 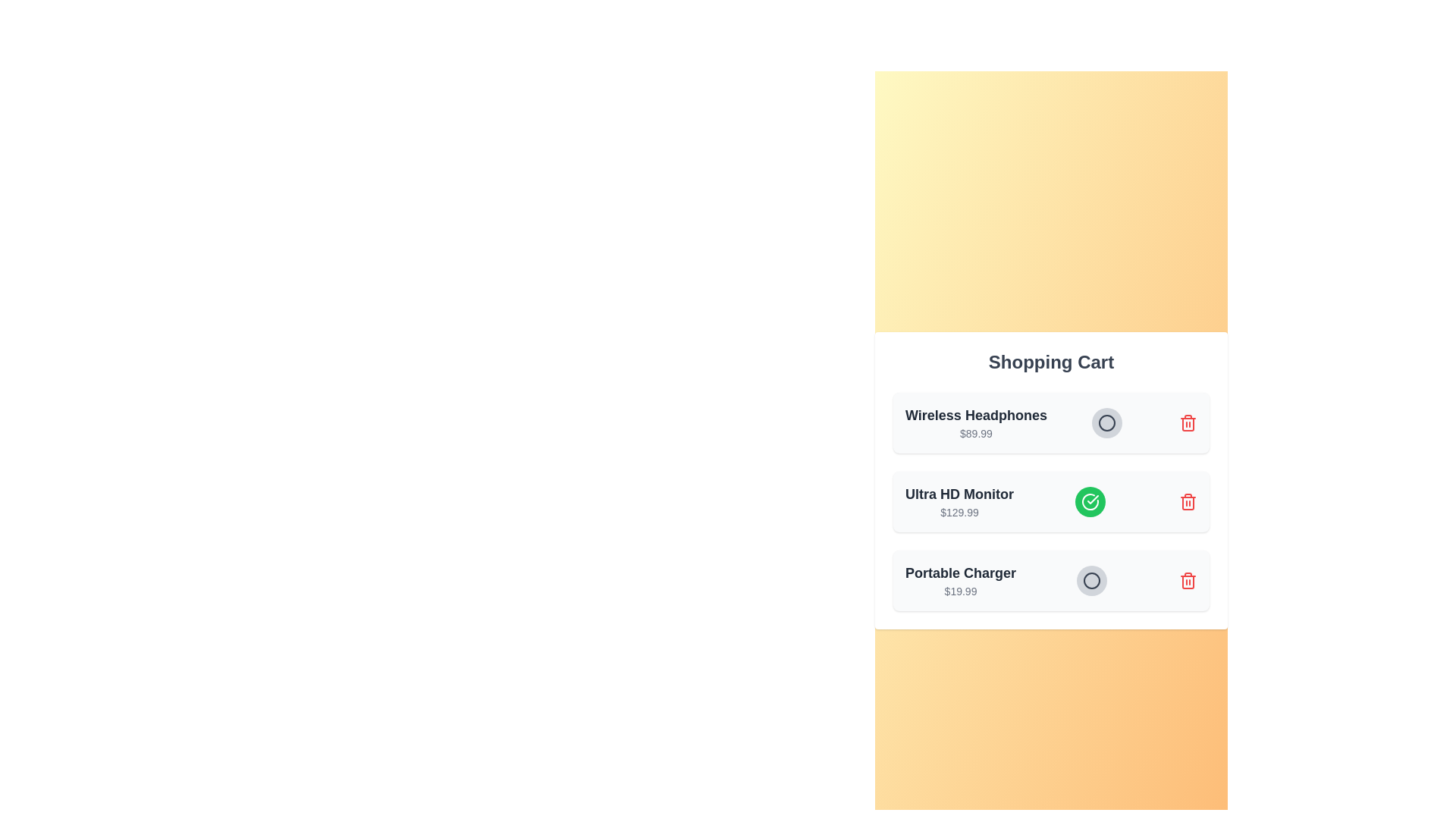 What do you see at coordinates (1050, 362) in the screenshot?
I see `the shopping cart title to read it` at bounding box center [1050, 362].